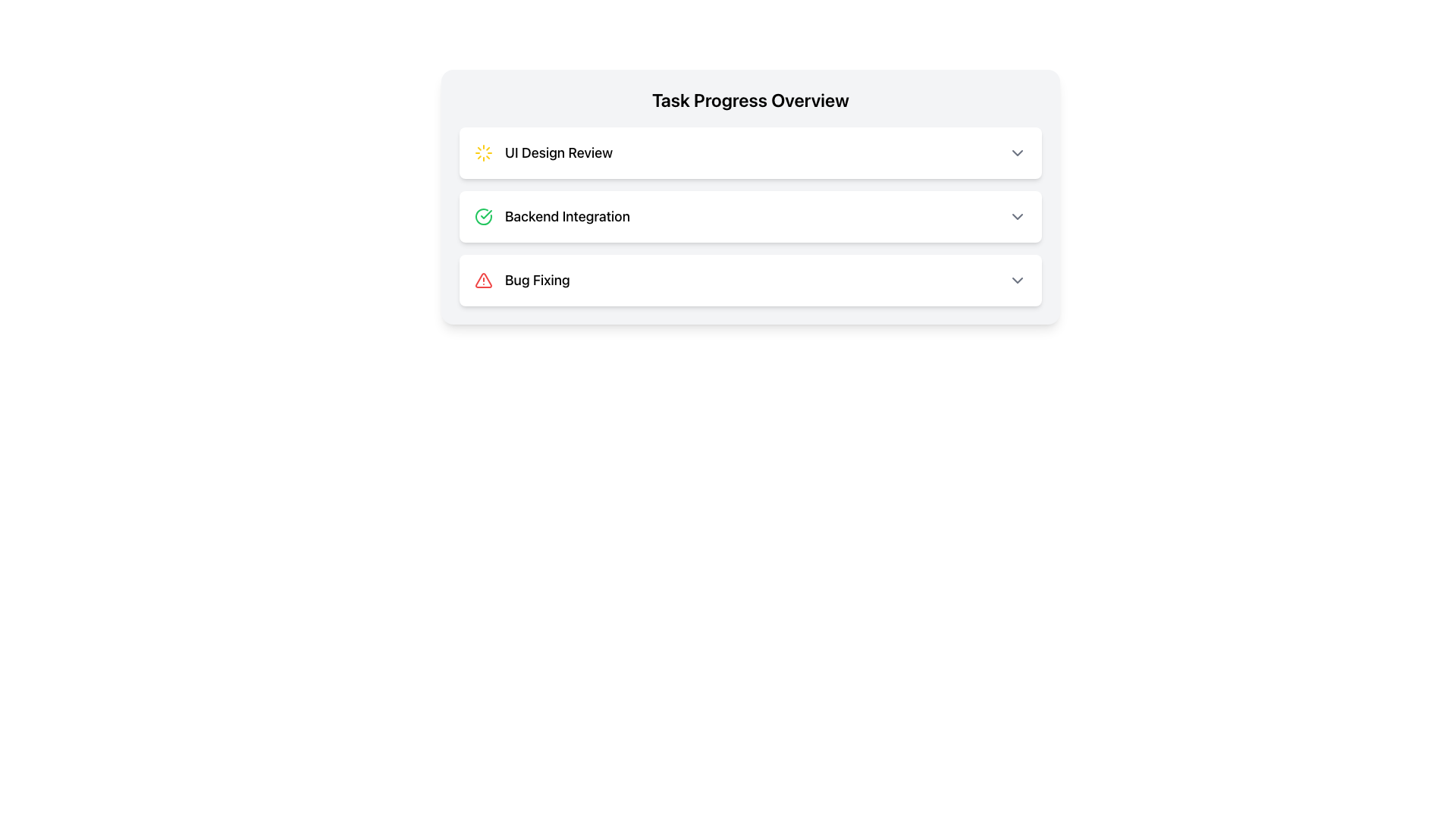 The image size is (1456, 819). Describe the element at coordinates (486, 214) in the screenshot. I see `green checkmark icon indicating a successful task, located in the second list item 'Backend Integration'` at that location.